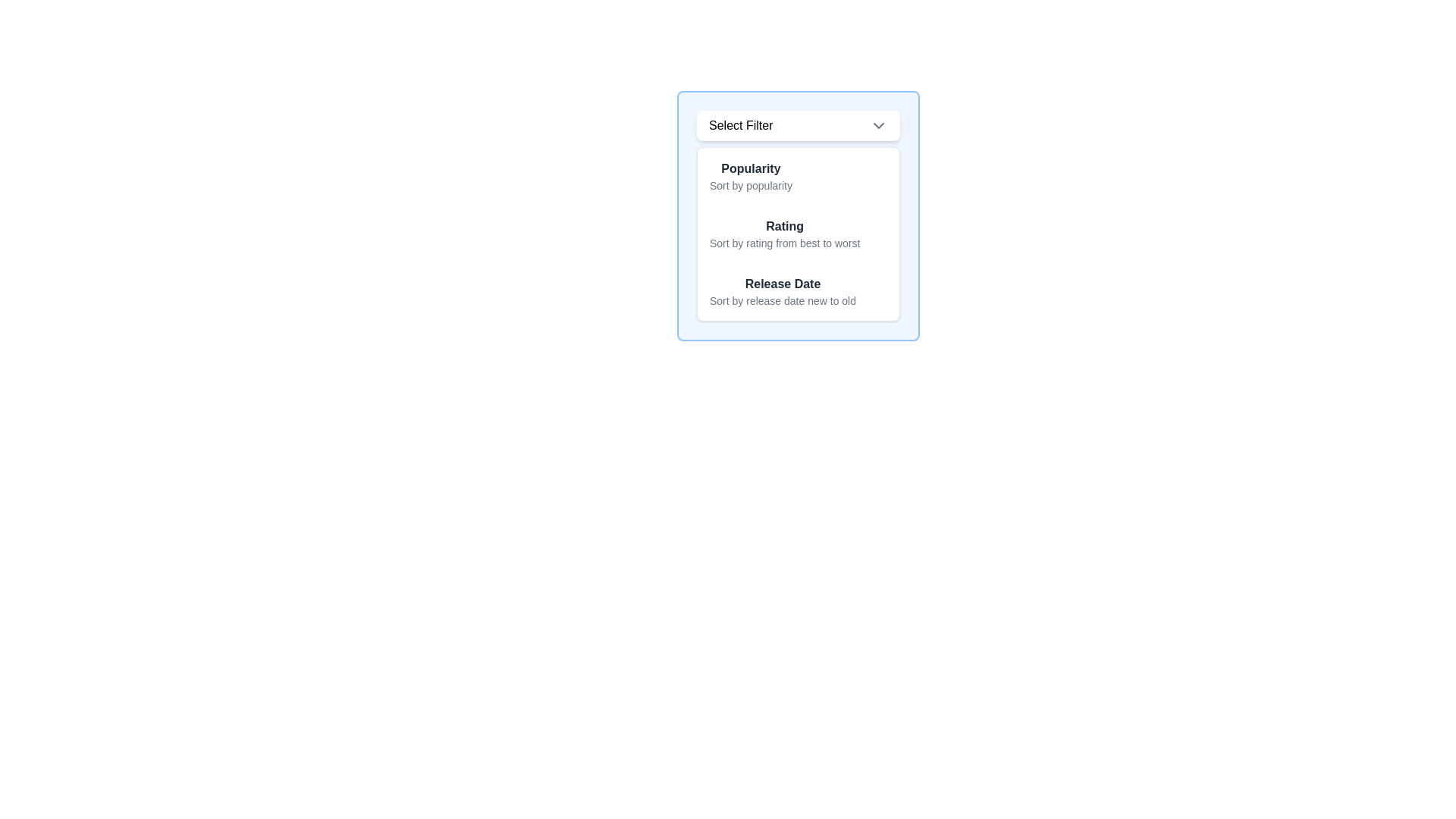  What do you see at coordinates (797, 124) in the screenshot?
I see `the 'Select Filter' dropdown menu trigger button` at bounding box center [797, 124].